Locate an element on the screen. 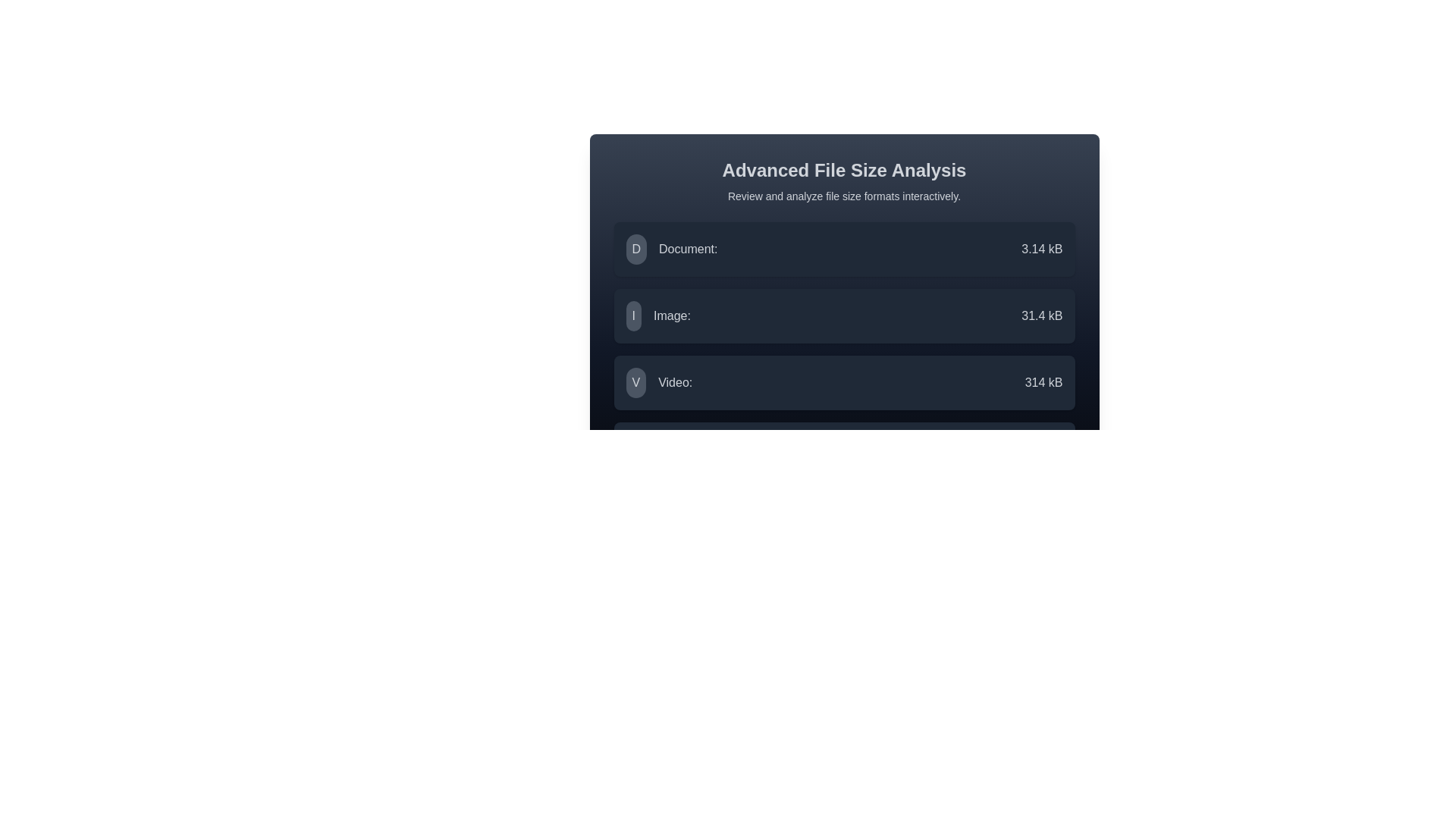  the composite element consisting of a circular gray icon with the letter 'D' and the label 'Document:' is located at coordinates (670, 248).